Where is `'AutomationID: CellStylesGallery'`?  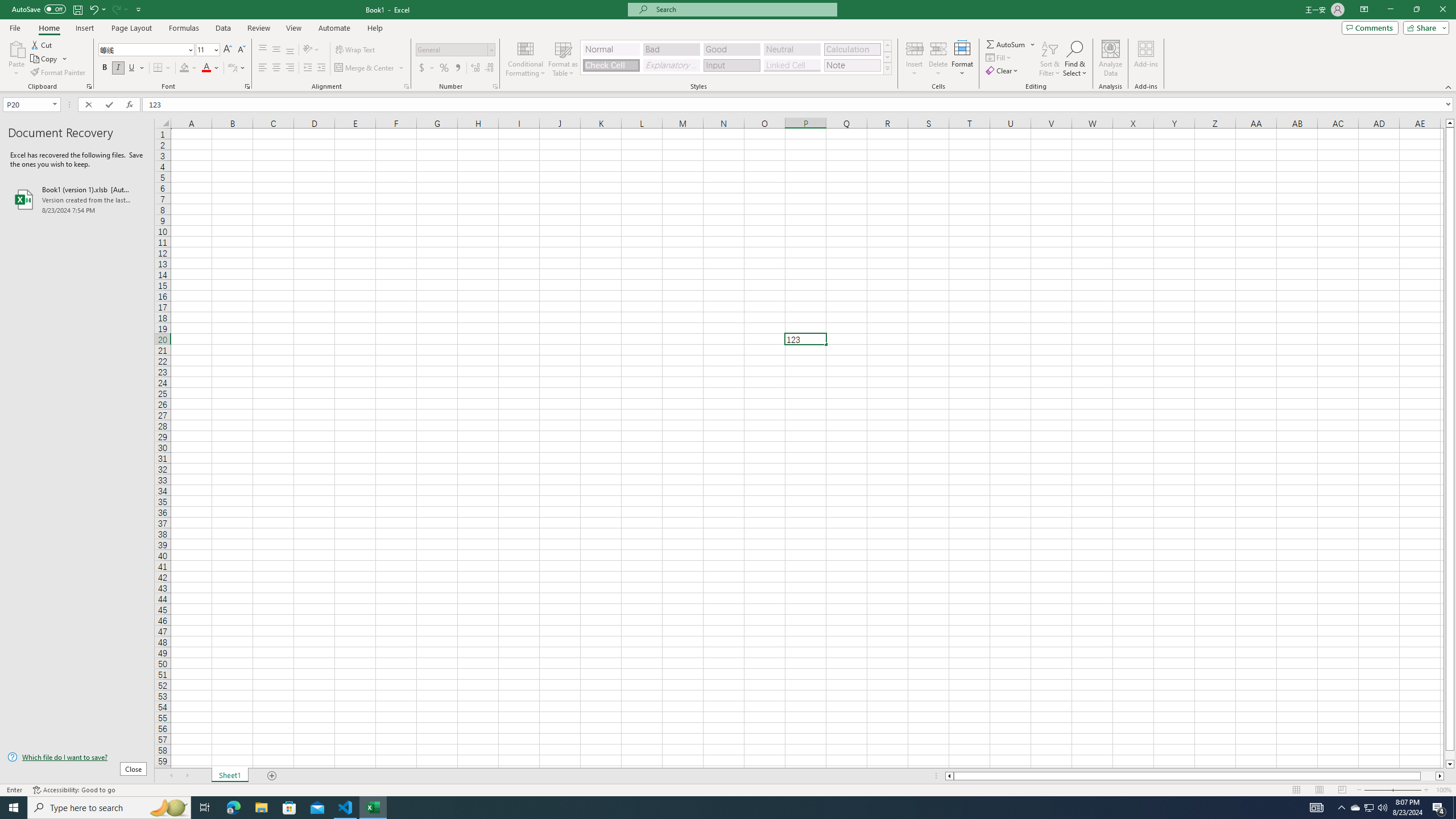
'AutomationID: CellStylesGallery' is located at coordinates (737, 57).